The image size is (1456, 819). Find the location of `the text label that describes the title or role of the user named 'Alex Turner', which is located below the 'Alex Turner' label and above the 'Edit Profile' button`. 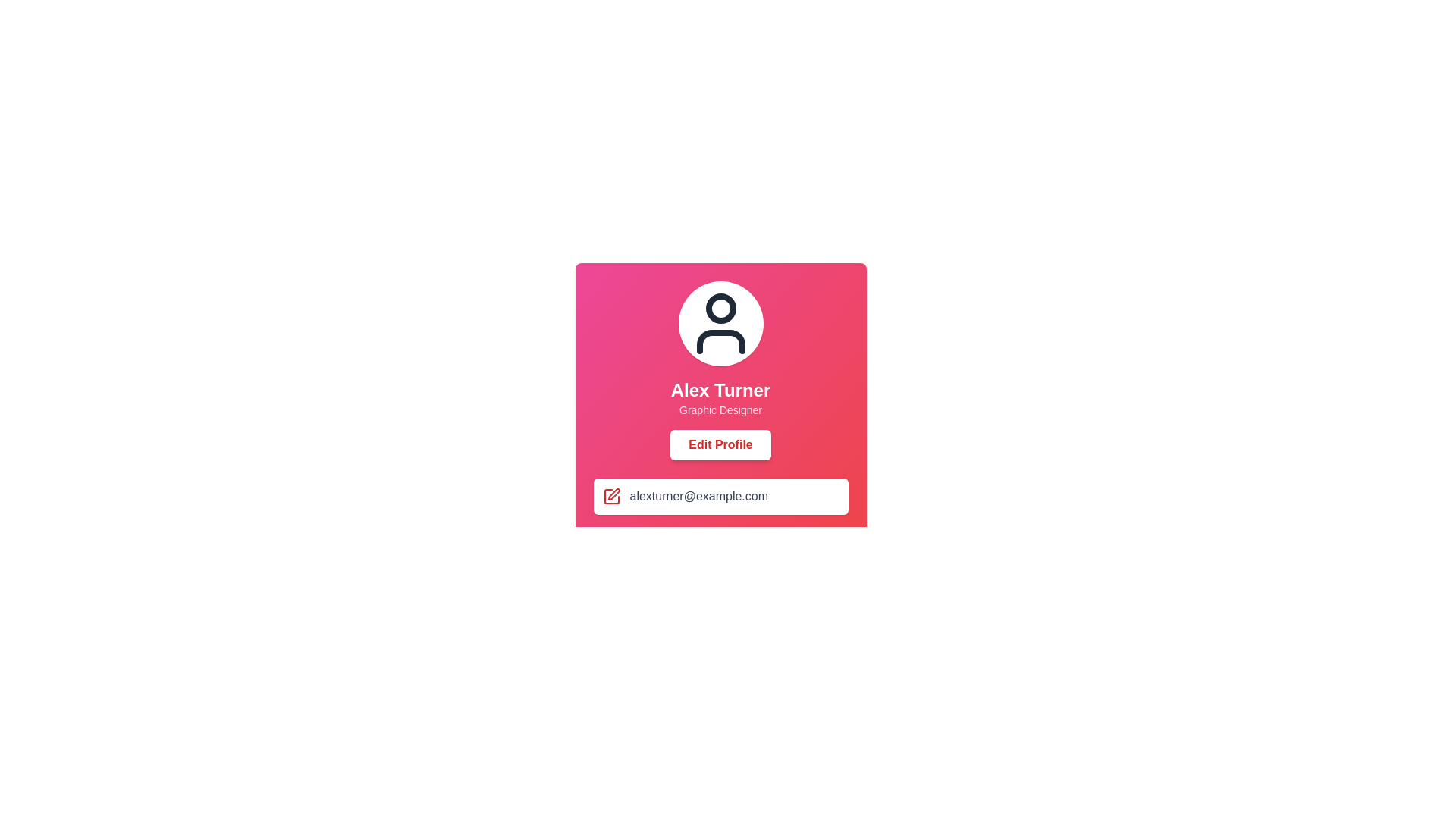

the text label that describes the title or role of the user named 'Alex Turner', which is located below the 'Alex Turner' label and above the 'Edit Profile' button is located at coordinates (720, 409).